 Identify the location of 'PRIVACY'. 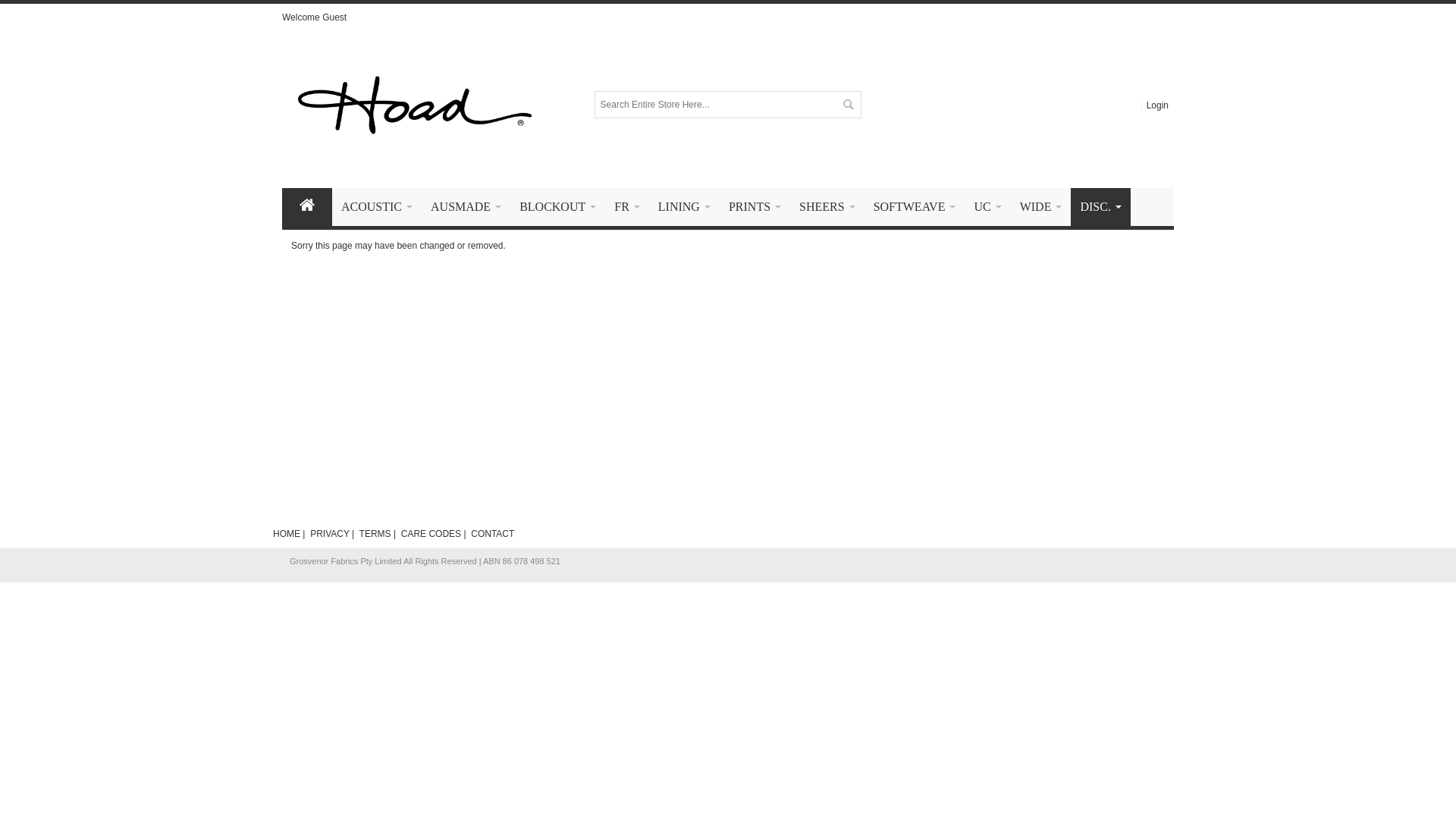
(329, 533).